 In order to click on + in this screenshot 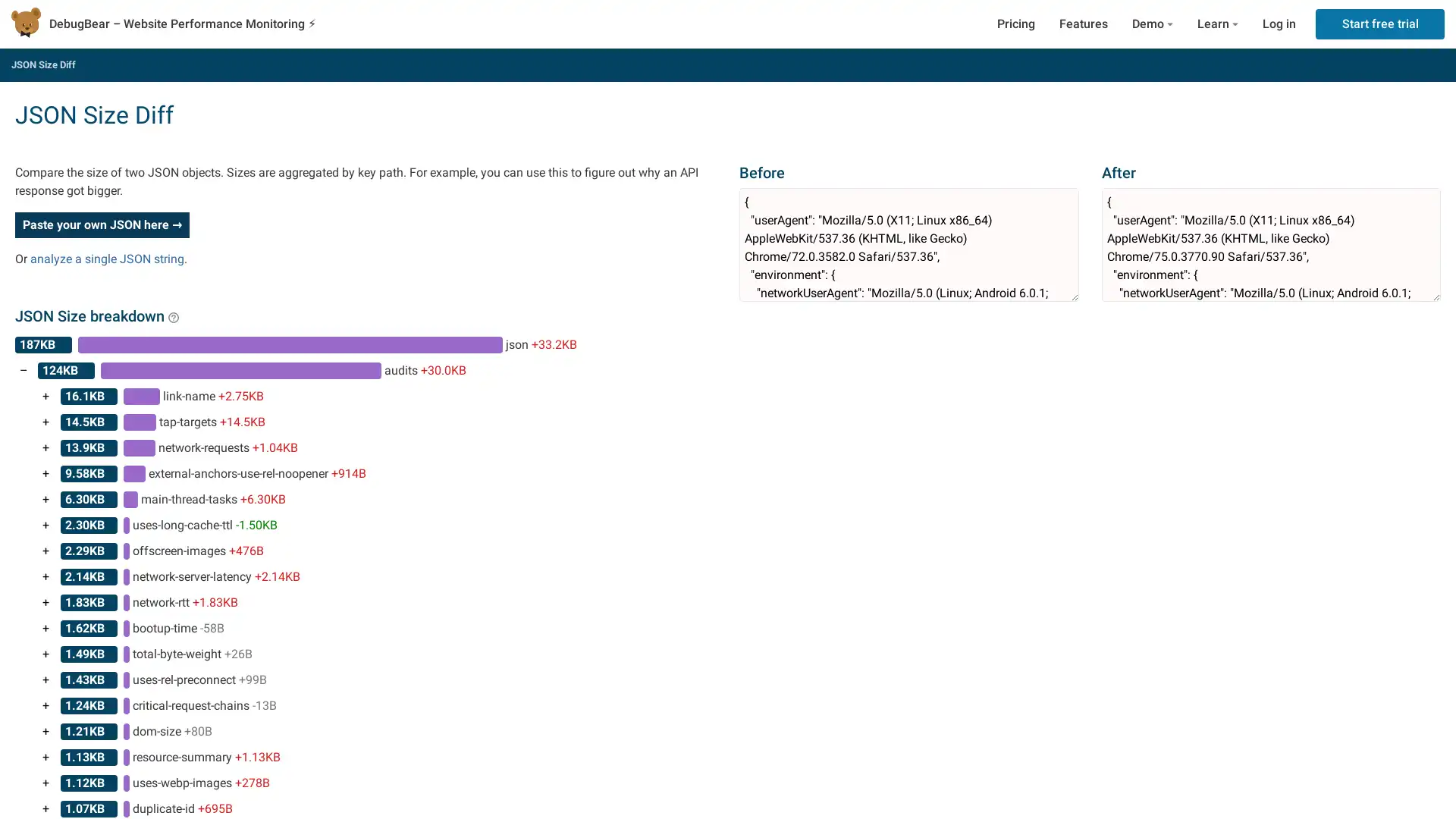, I will do `click(45, 422)`.